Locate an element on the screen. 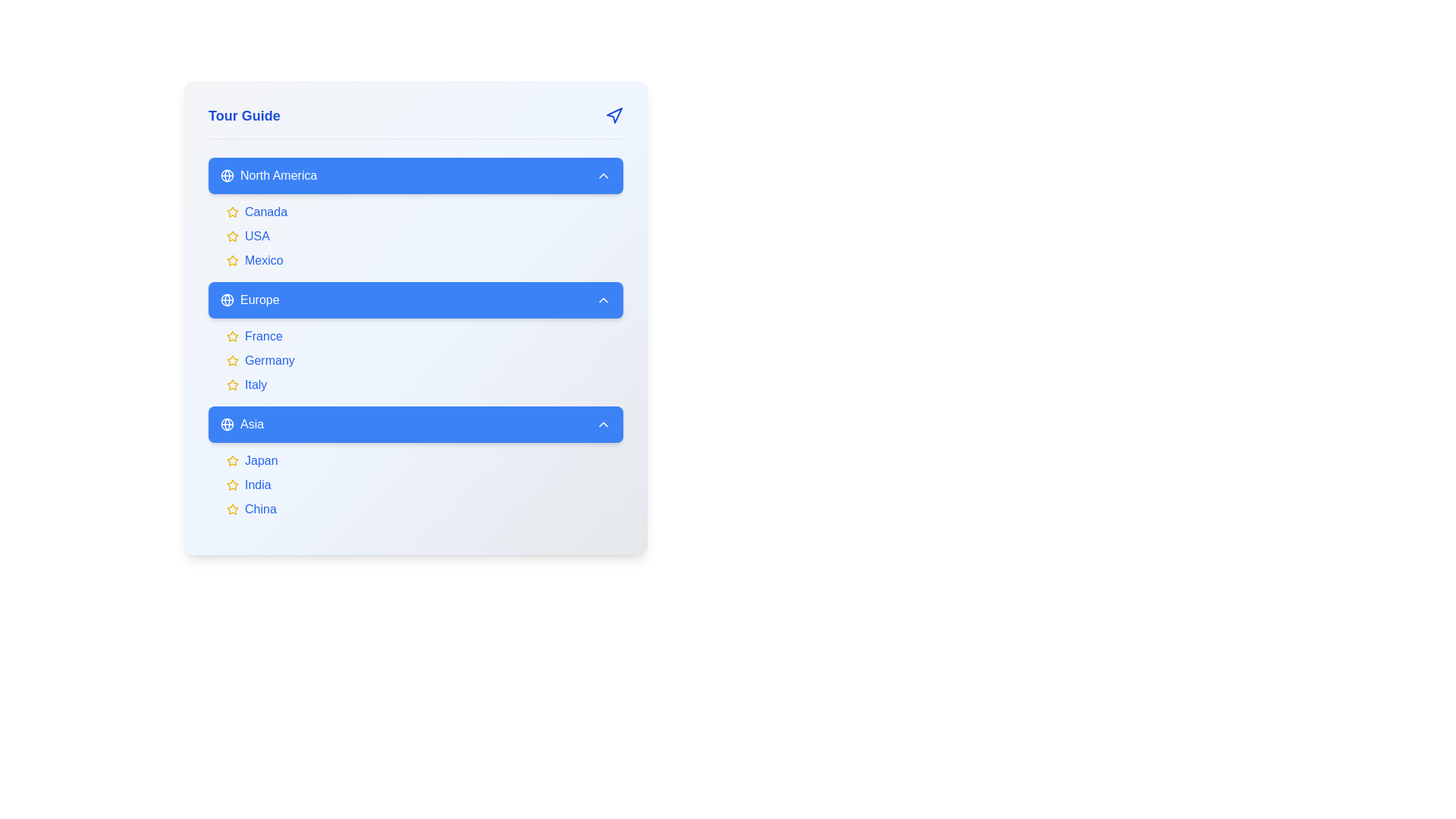  the star icon near the text label for 'China' to mark it as favorite is located at coordinates (232, 509).